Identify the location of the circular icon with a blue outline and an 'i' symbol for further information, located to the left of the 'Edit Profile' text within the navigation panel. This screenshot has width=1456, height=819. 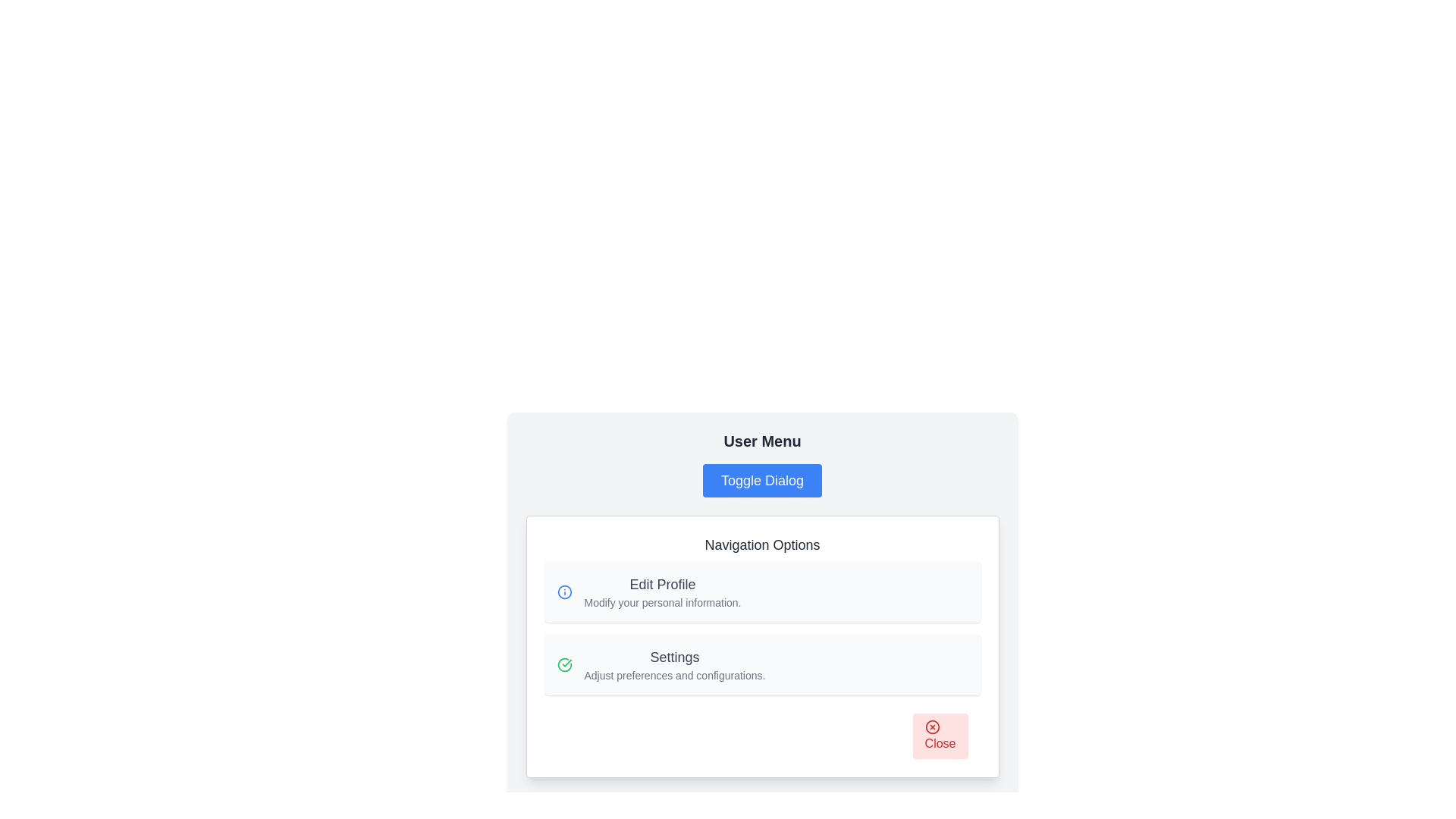
(563, 591).